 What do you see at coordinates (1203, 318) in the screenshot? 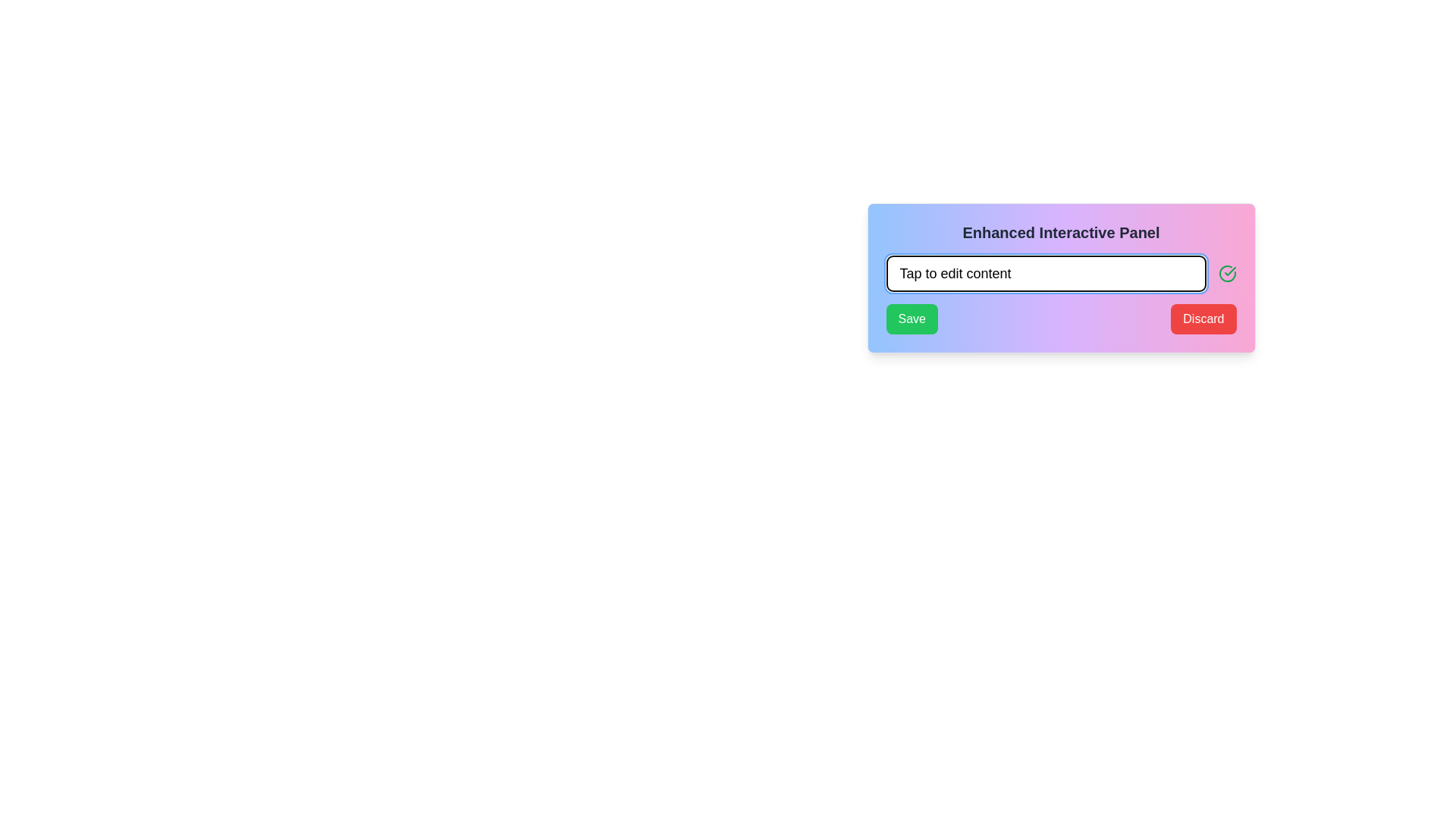
I see `the 'Discard' button located at the lower right side of the card-like UI` at bounding box center [1203, 318].